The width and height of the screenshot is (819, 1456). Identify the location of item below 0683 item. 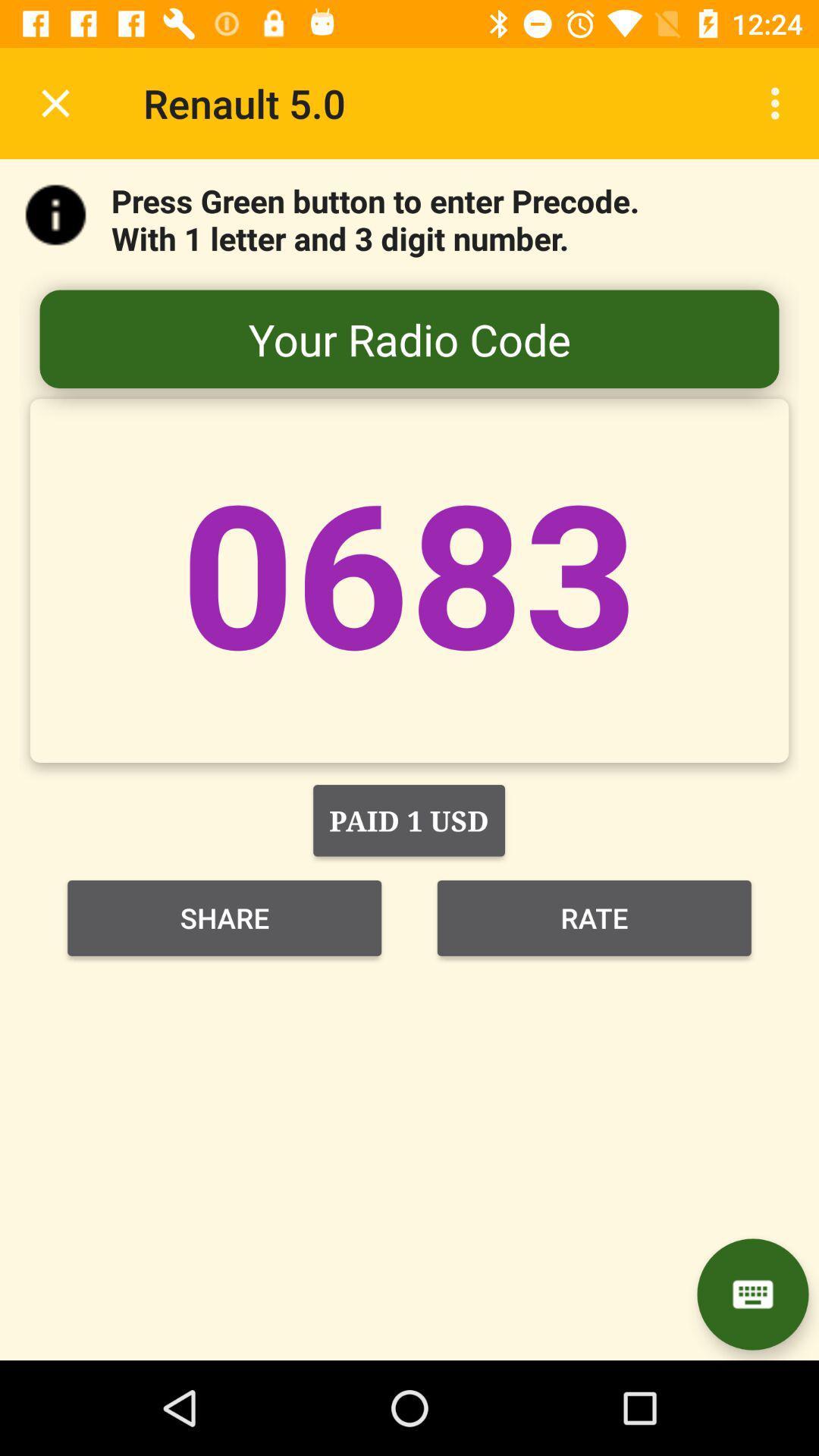
(408, 820).